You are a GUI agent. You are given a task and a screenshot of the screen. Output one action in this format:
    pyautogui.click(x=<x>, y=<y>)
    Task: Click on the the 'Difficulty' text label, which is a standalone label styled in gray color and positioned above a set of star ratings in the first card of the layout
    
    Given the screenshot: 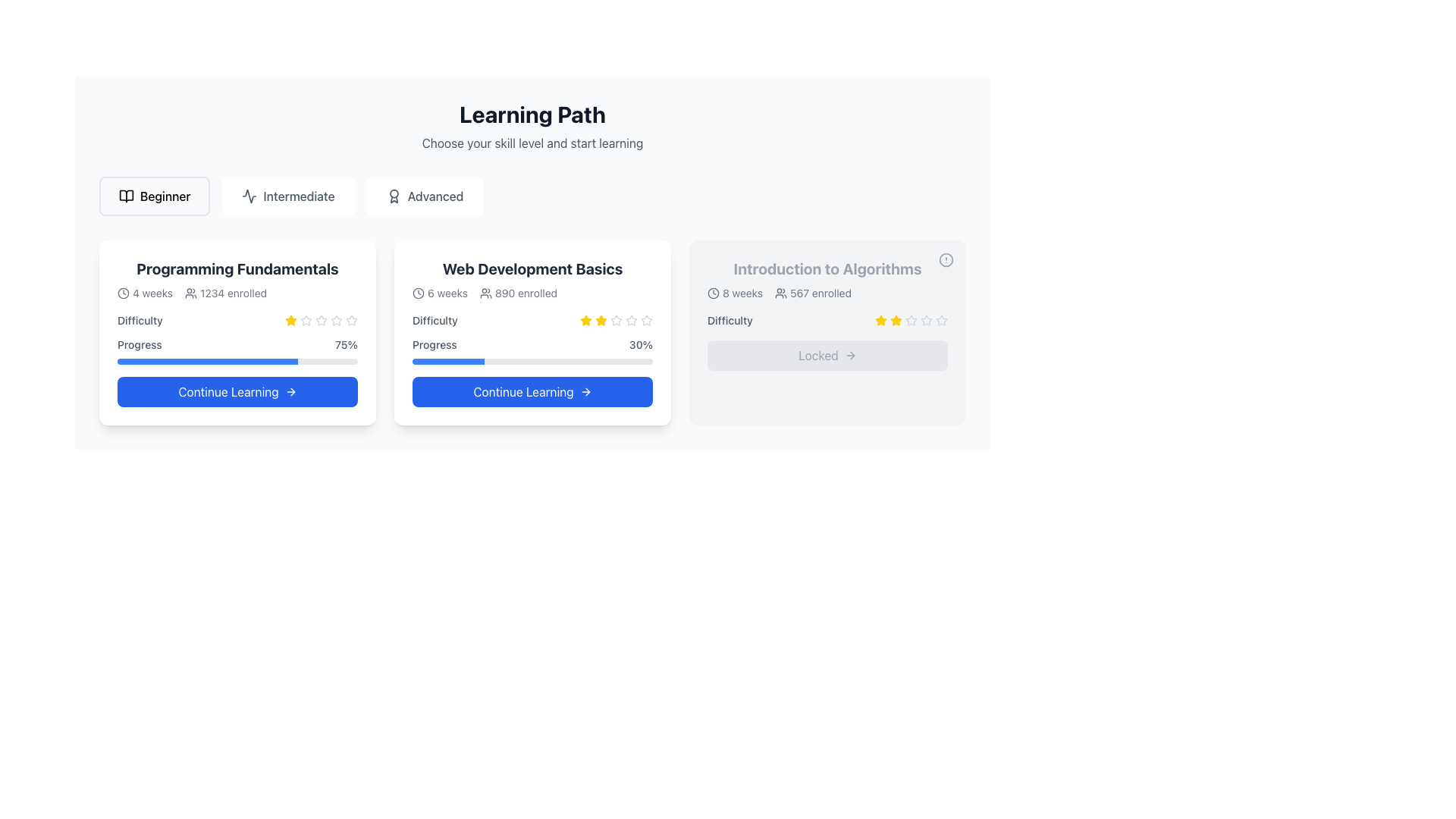 What is the action you would take?
    pyautogui.click(x=140, y=320)
    